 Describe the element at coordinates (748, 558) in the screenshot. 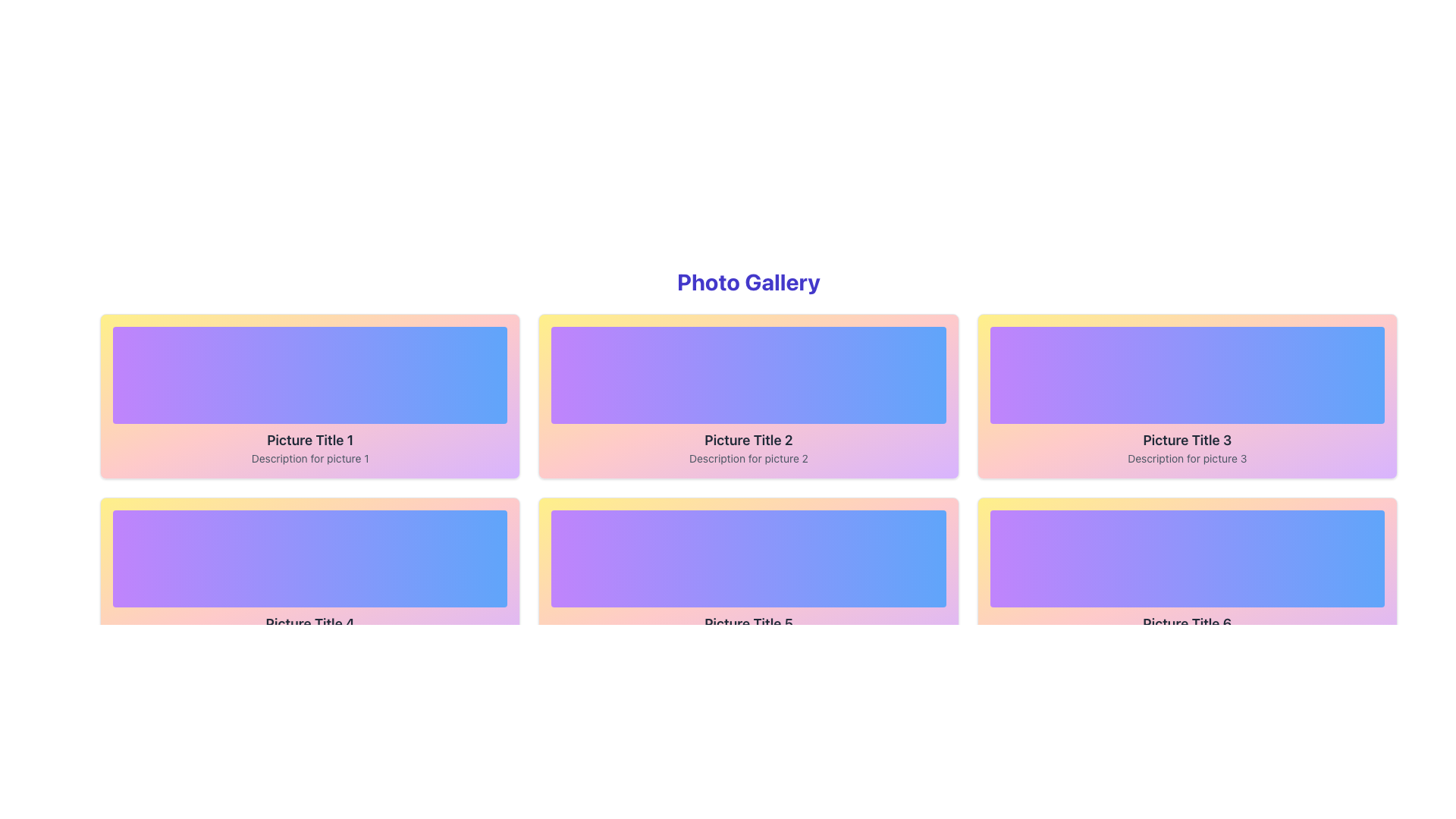

I see `the decorative background area with a smooth gradient transitioning from purple to blue, located in the middle row, second from the left in a three-column grid layout` at that location.